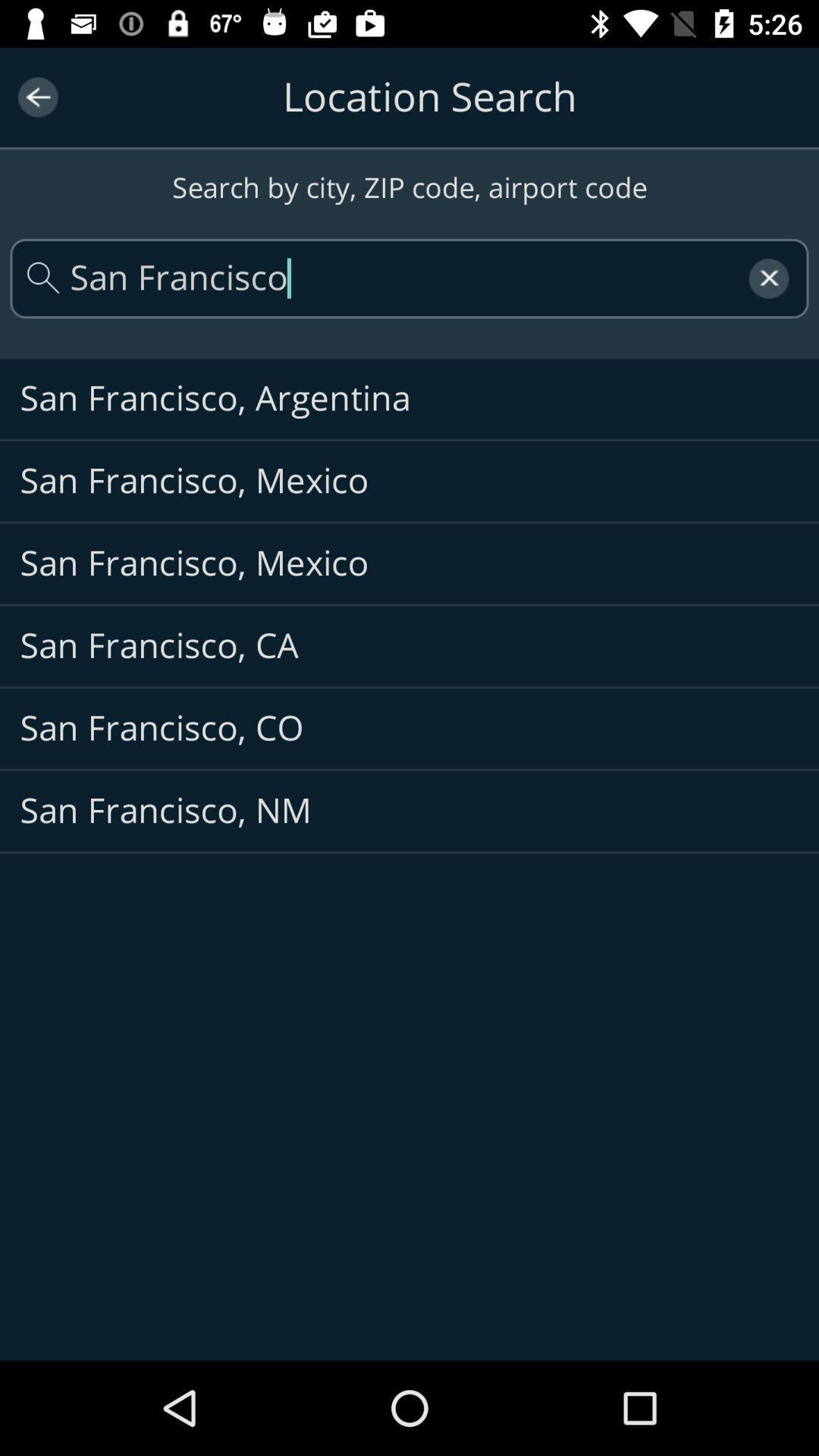 The image size is (819, 1456). I want to click on the search icon, so click(42, 278).